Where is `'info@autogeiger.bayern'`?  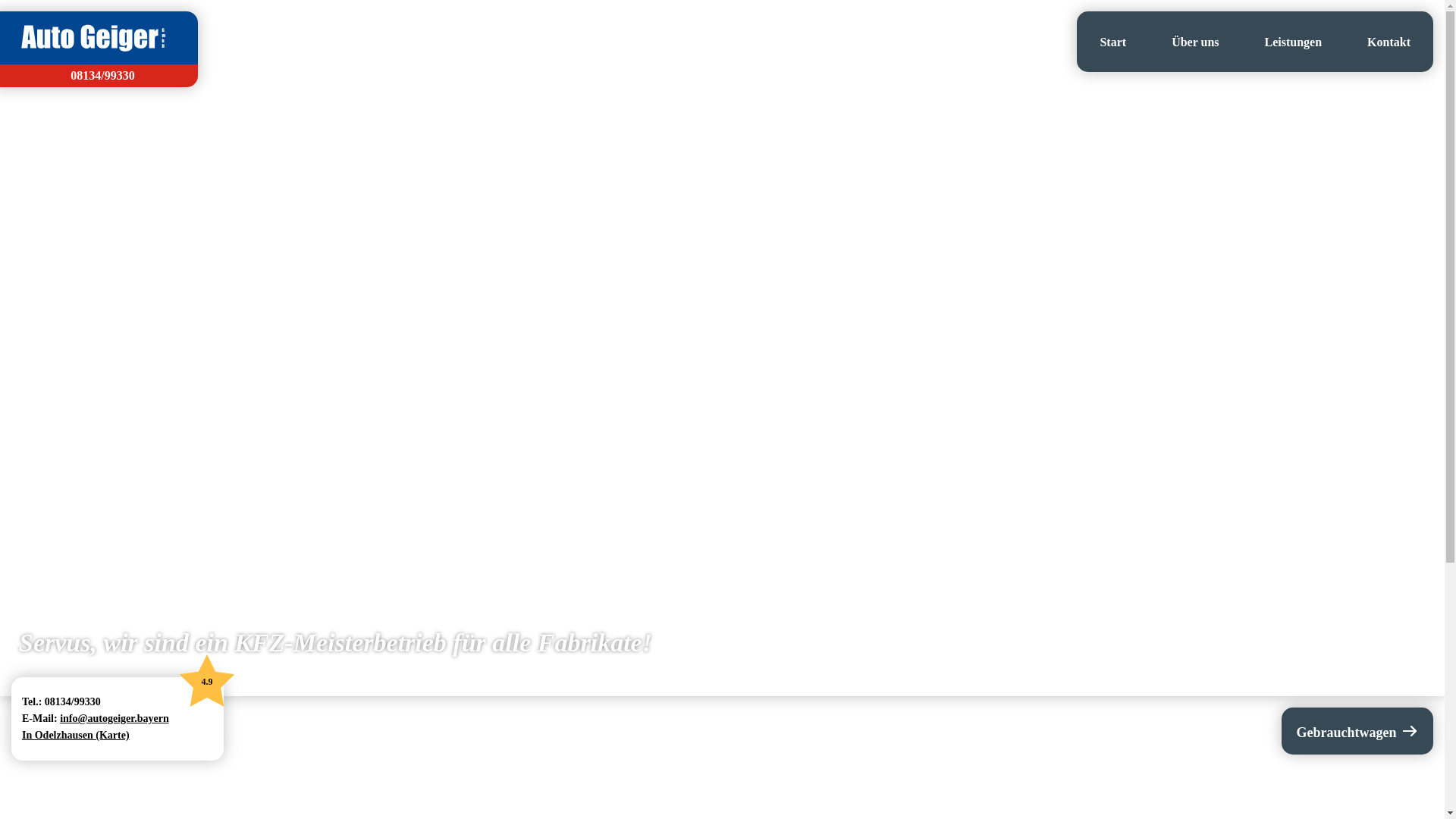 'info@autogeiger.bayern' is located at coordinates (113, 717).